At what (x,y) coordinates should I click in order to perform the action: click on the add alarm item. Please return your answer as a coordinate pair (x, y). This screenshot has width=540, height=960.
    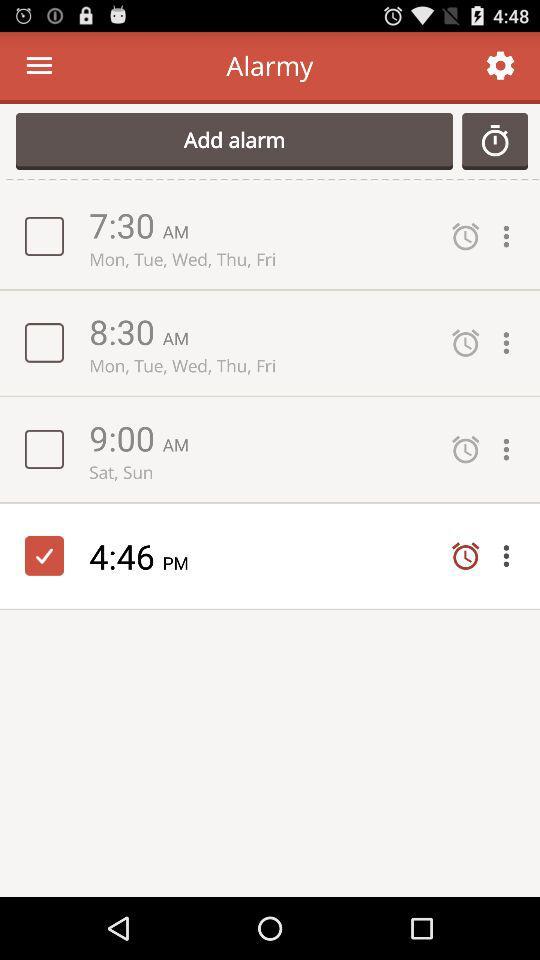
    Looking at the image, I should click on (233, 140).